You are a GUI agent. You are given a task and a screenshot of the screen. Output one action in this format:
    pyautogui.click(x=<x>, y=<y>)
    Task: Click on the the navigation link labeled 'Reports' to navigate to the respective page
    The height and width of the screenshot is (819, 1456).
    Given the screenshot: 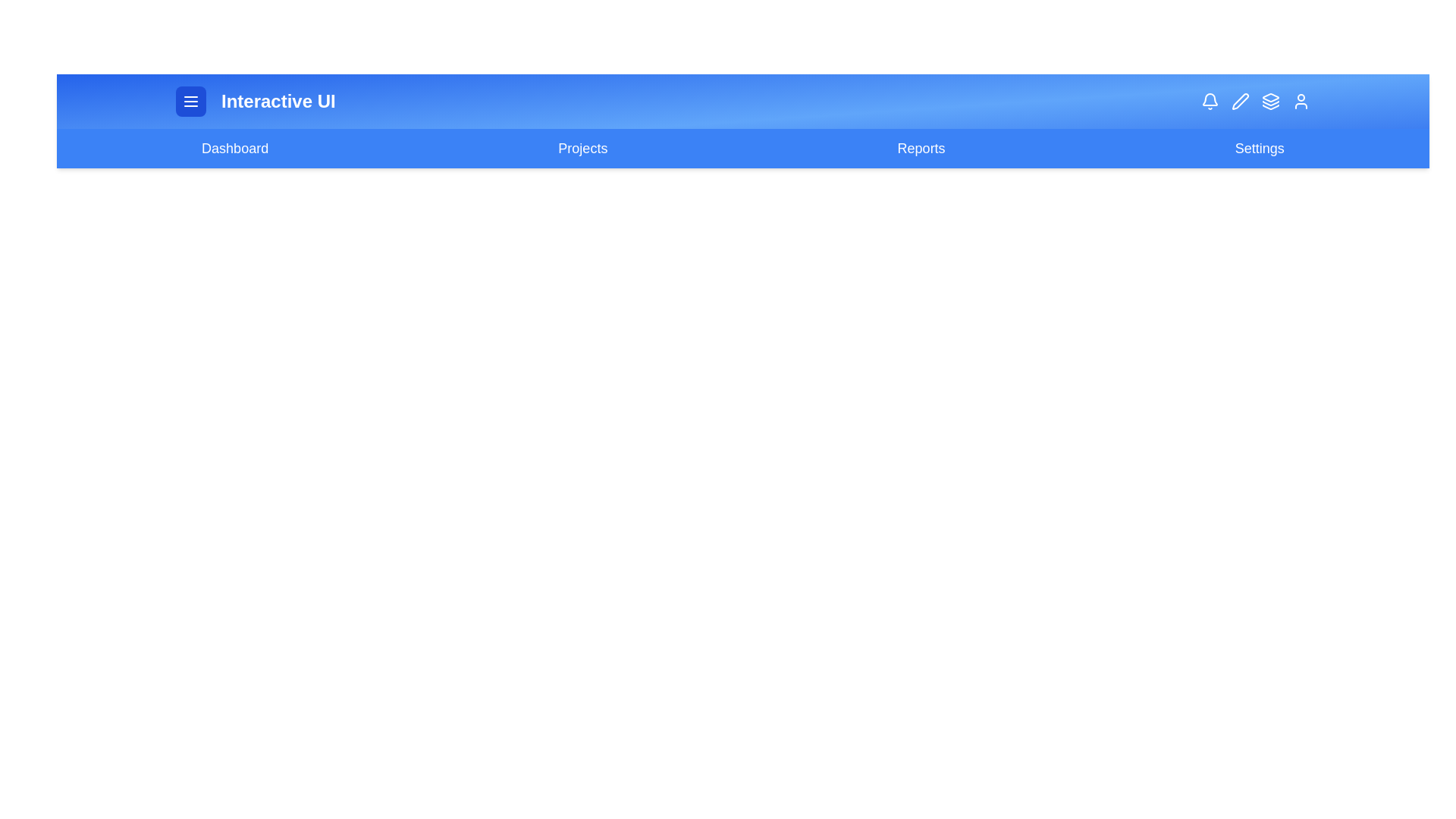 What is the action you would take?
    pyautogui.click(x=920, y=149)
    